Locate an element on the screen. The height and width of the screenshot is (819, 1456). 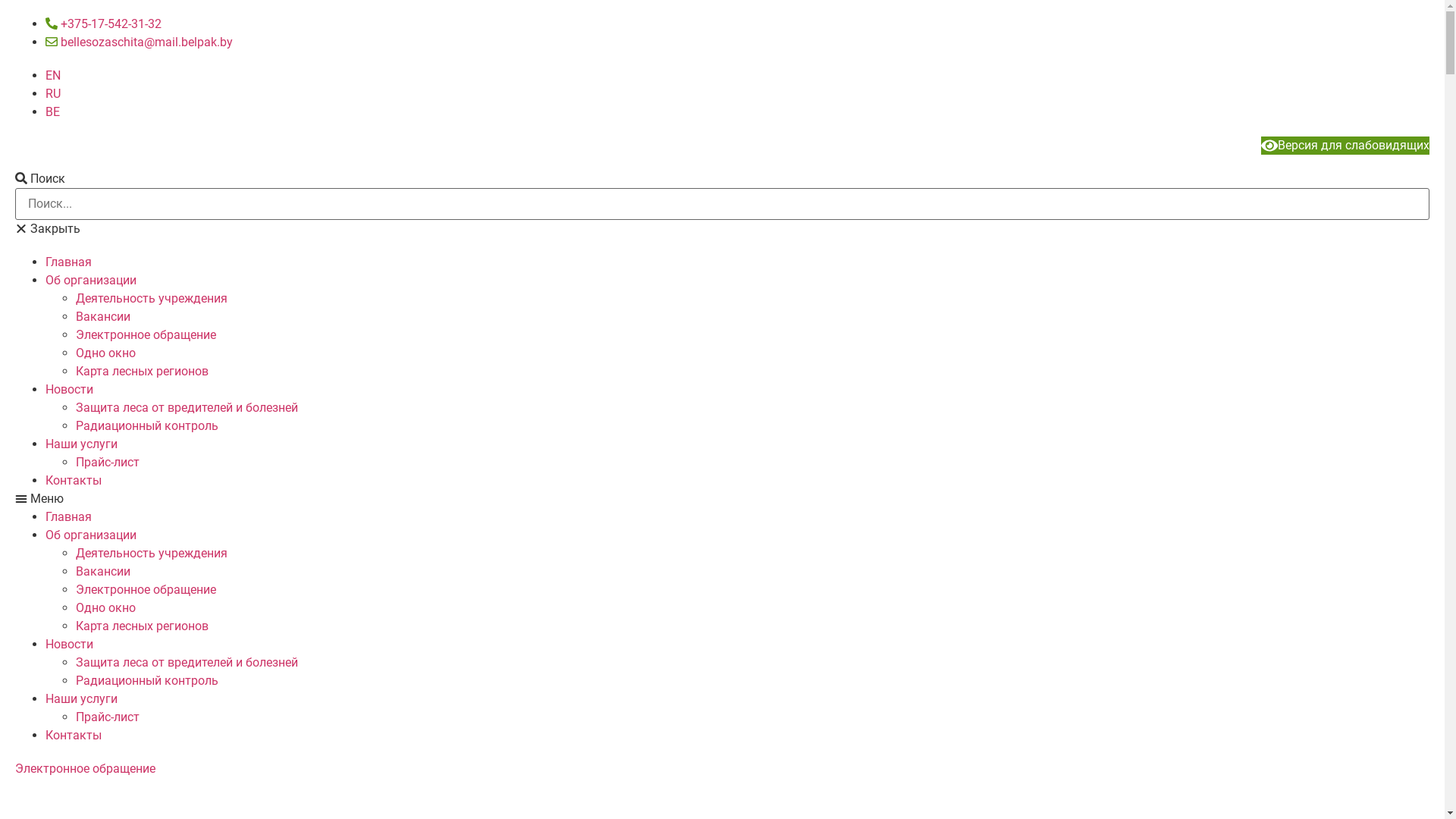
'+375-17-542-31-32' is located at coordinates (102, 24).